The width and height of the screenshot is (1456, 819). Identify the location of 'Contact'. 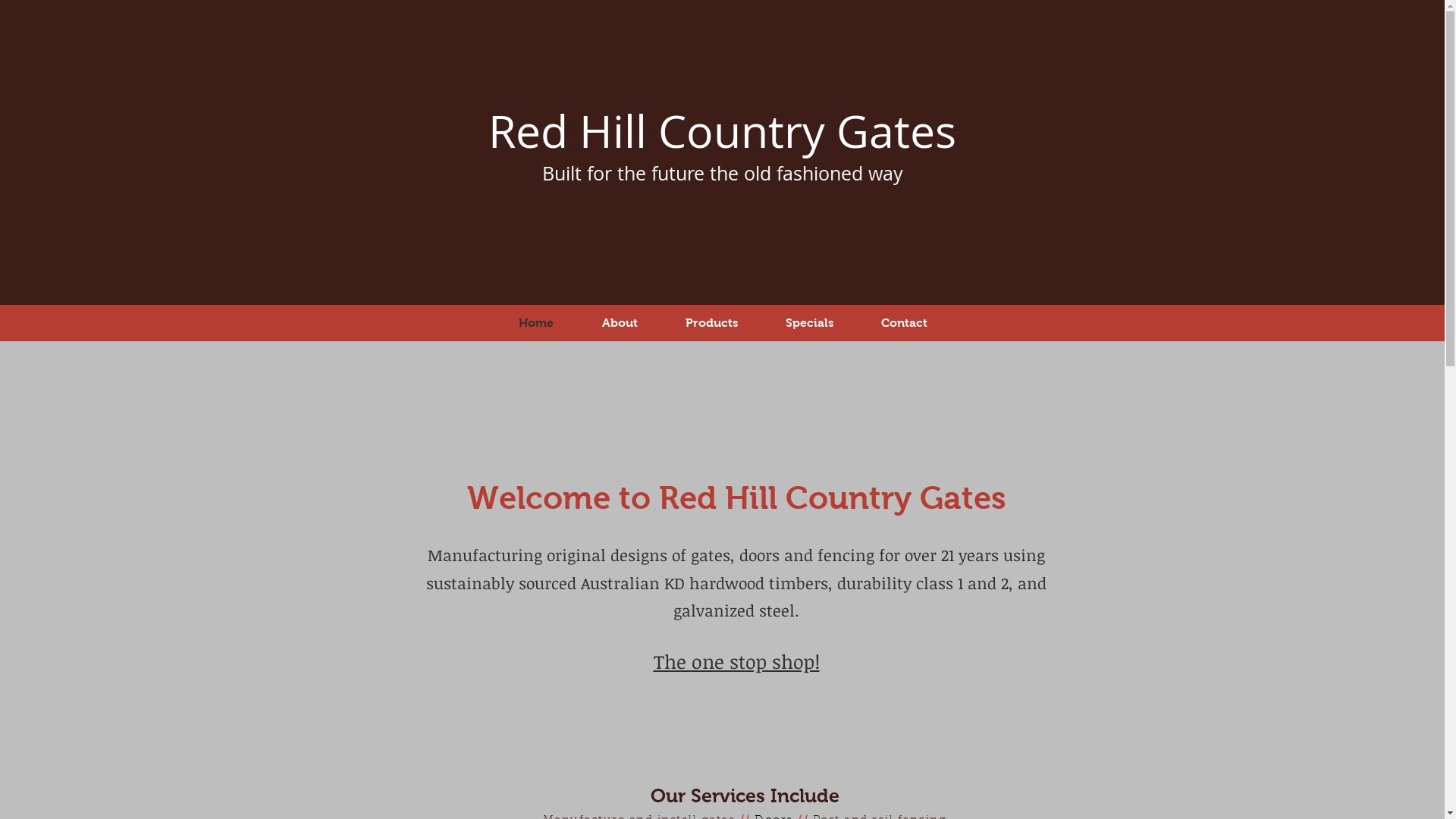
(856, 322).